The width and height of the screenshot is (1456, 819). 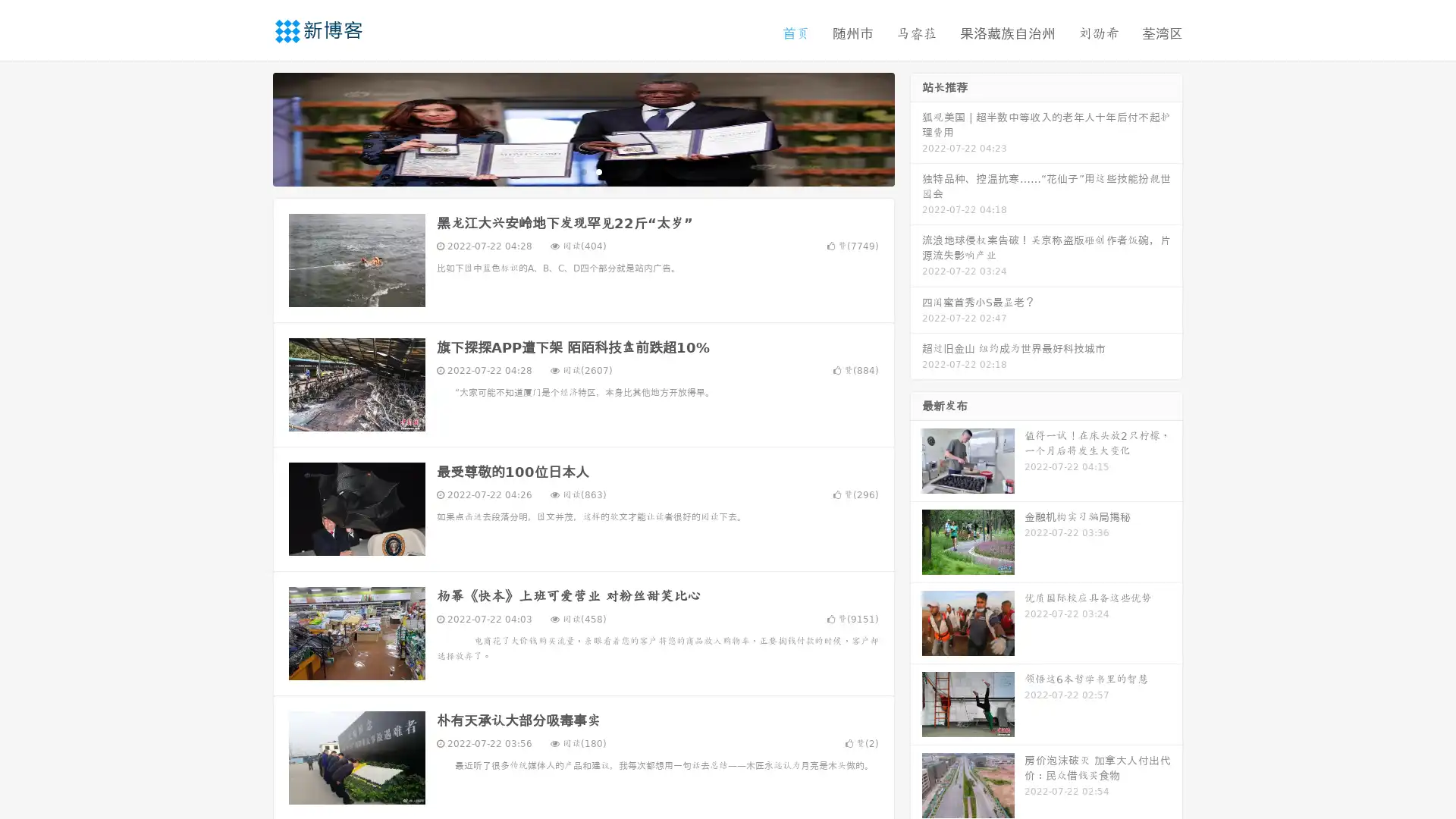 What do you see at coordinates (582, 171) in the screenshot?
I see `Go to slide 2` at bounding box center [582, 171].